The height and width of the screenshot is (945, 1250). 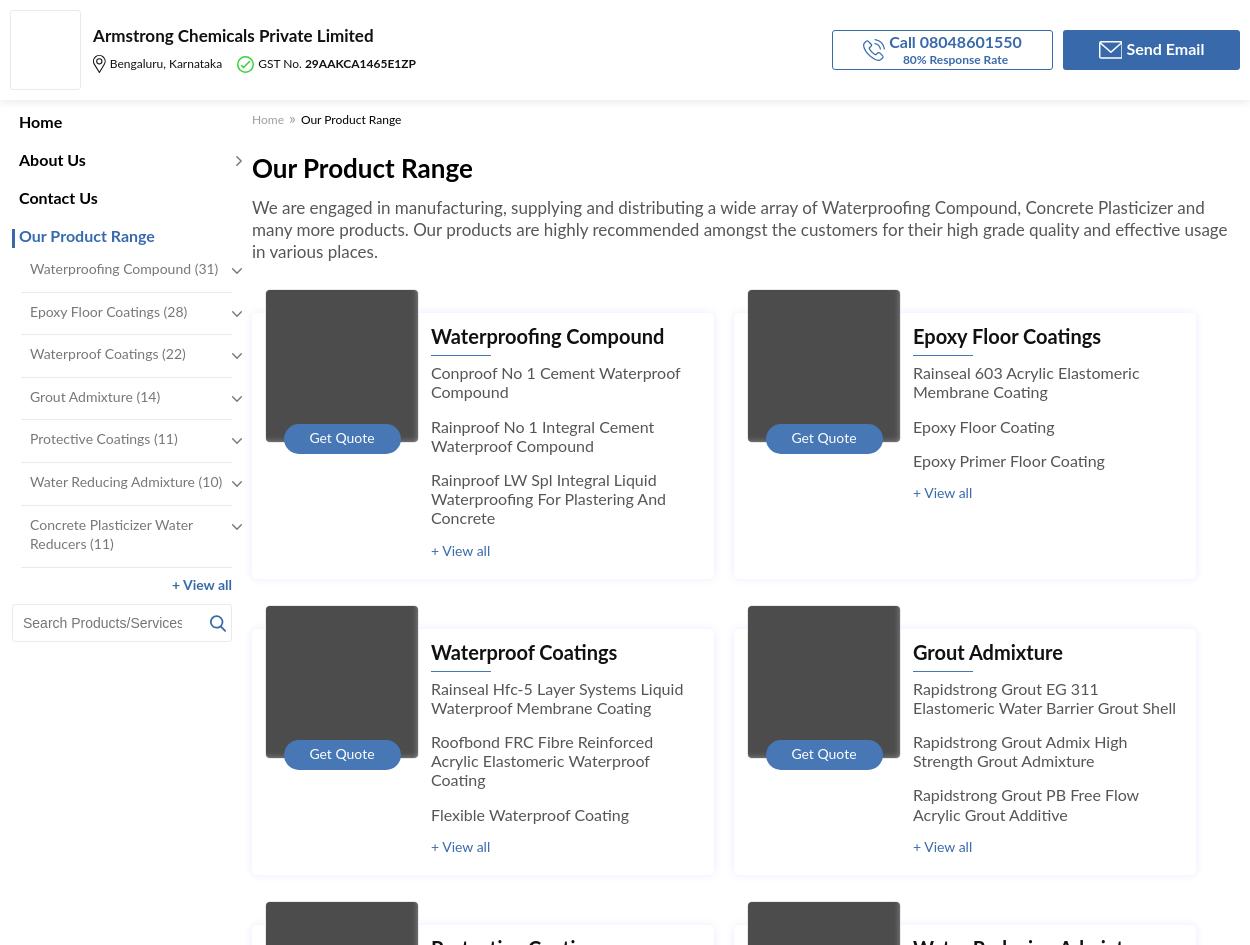 I want to click on 'Registration & Directors Information', so click(x=352, y=295).